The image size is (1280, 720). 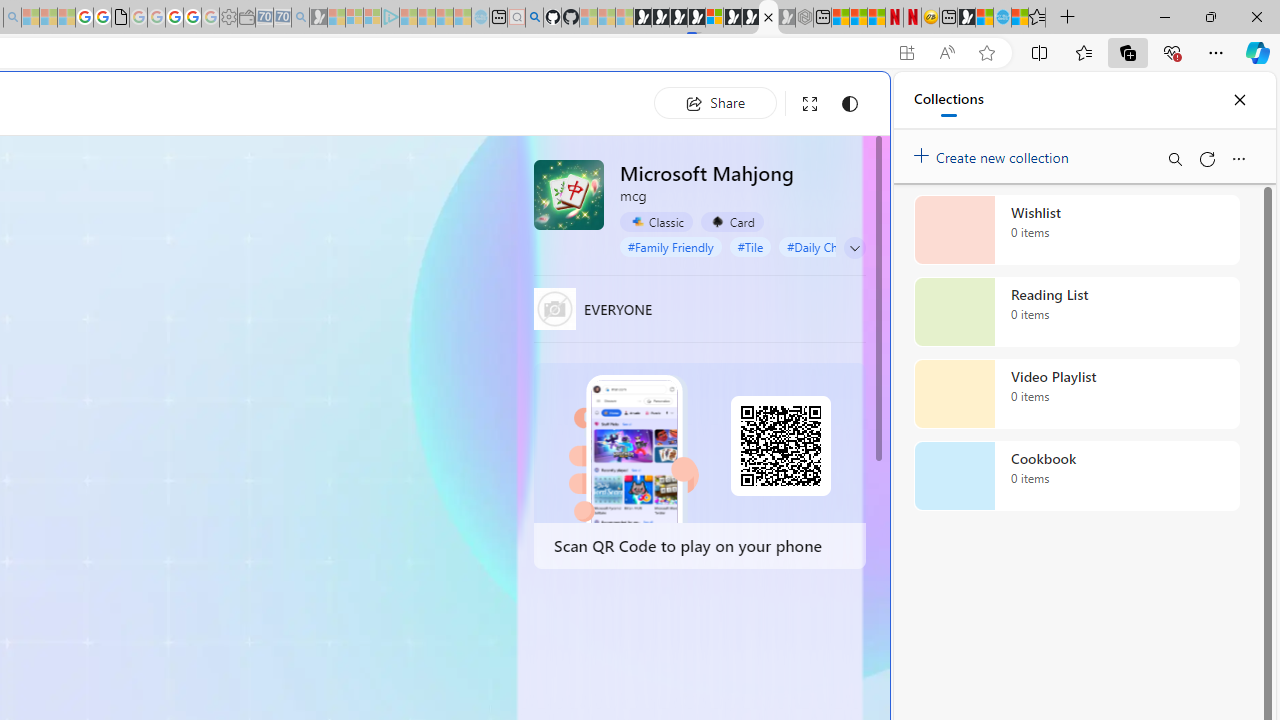 What do you see at coordinates (849, 103) in the screenshot?
I see `'Change to dark mode'` at bounding box center [849, 103].